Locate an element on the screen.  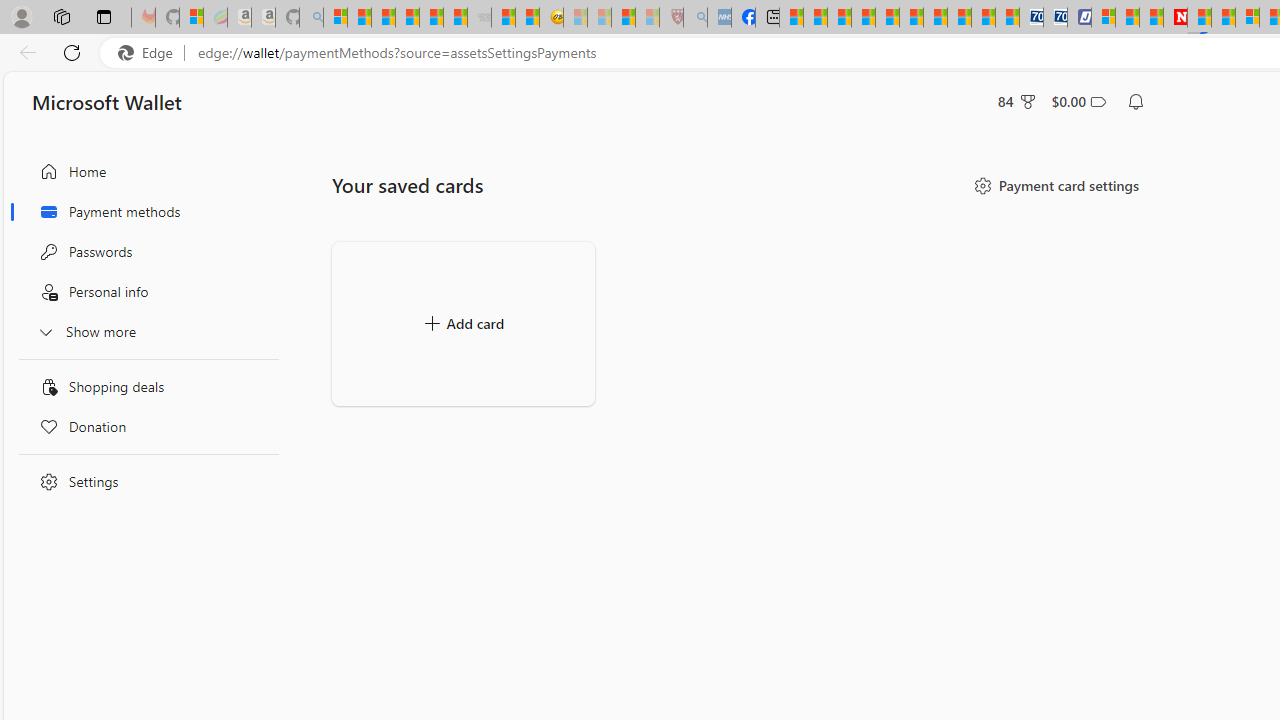
'Cheap Hotels - Save70.com' is located at coordinates (1055, 17).